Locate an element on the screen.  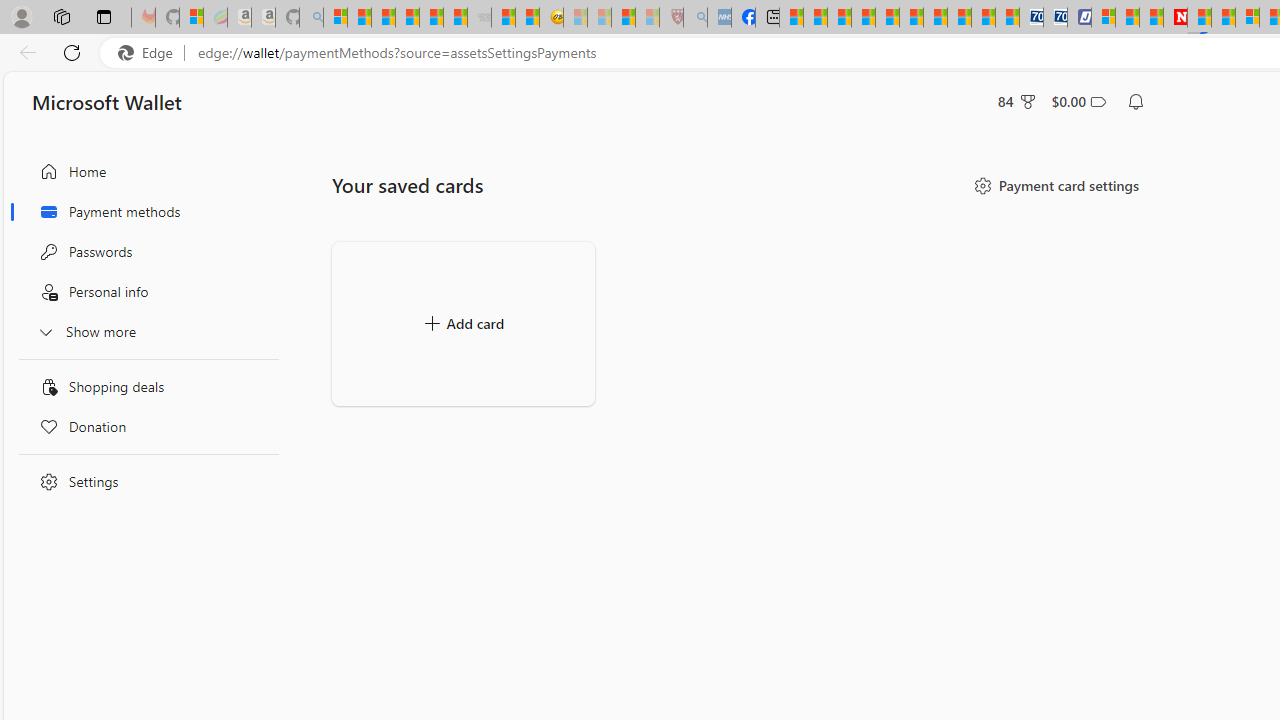
'Cheap Hotels - Save70.com' is located at coordinates (1055, 17).